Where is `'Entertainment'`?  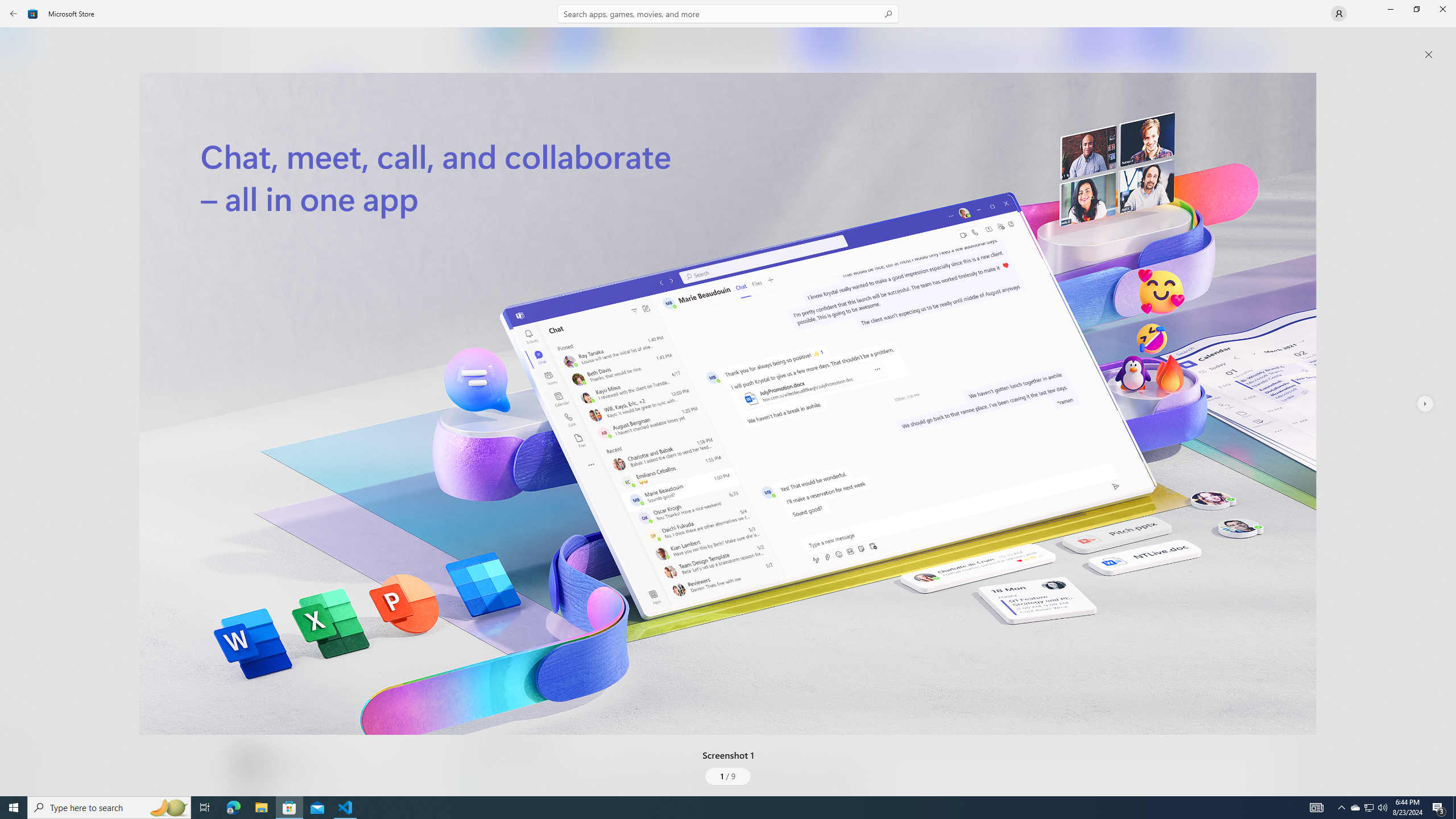 'Entertainment' is located at coordinates (19, 185).